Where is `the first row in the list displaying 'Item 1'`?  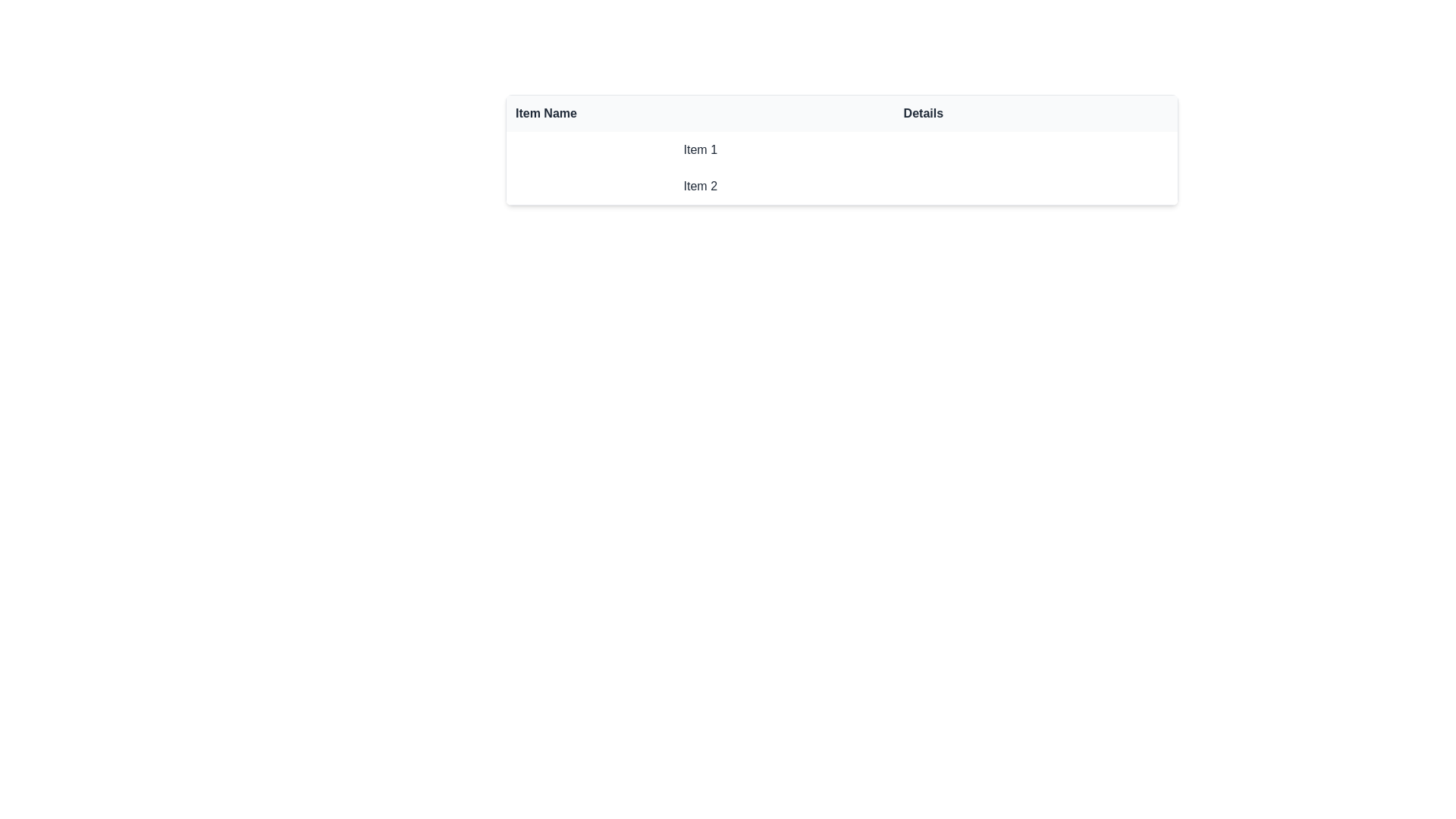 the first row in the list displaying 'Item 1' is located at coordinates (841, 149).